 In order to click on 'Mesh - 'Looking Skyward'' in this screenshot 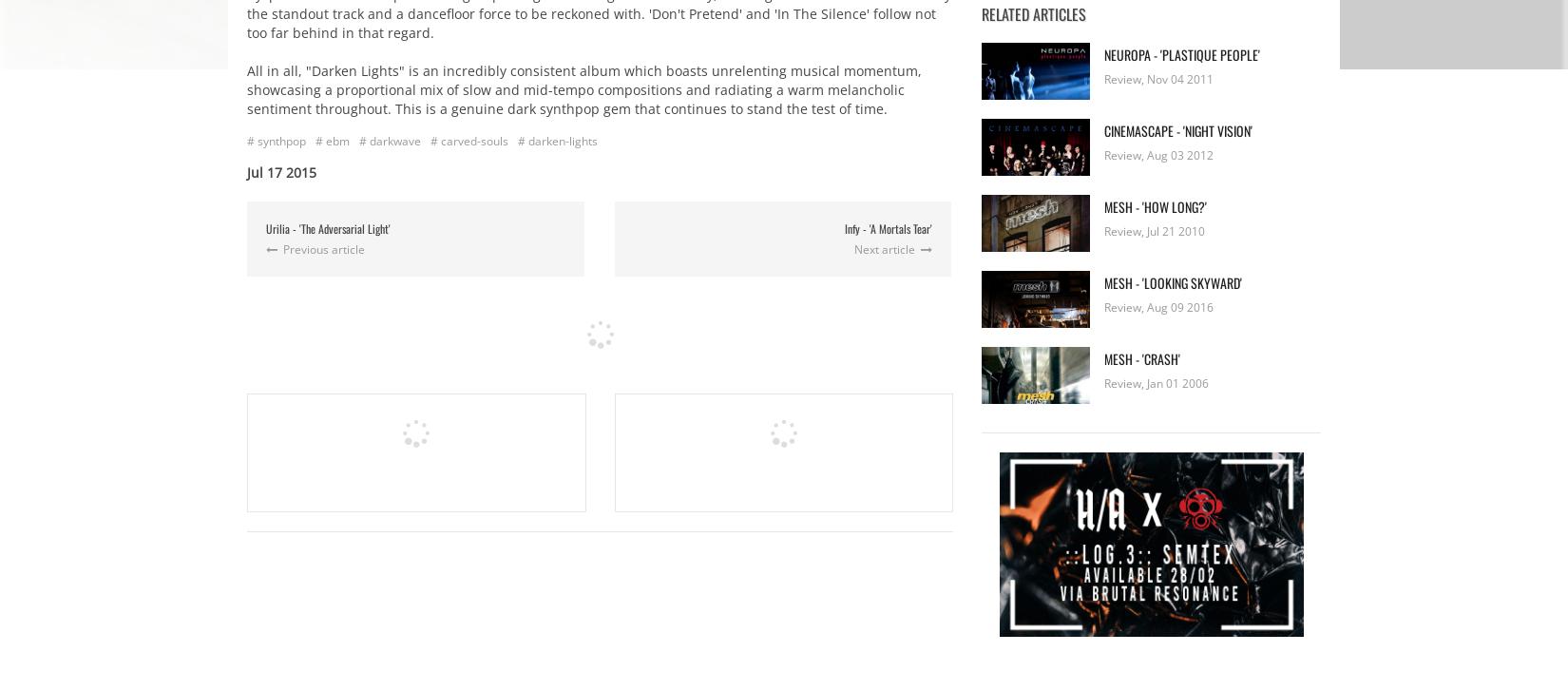, I will do `click(1103, 281)`.